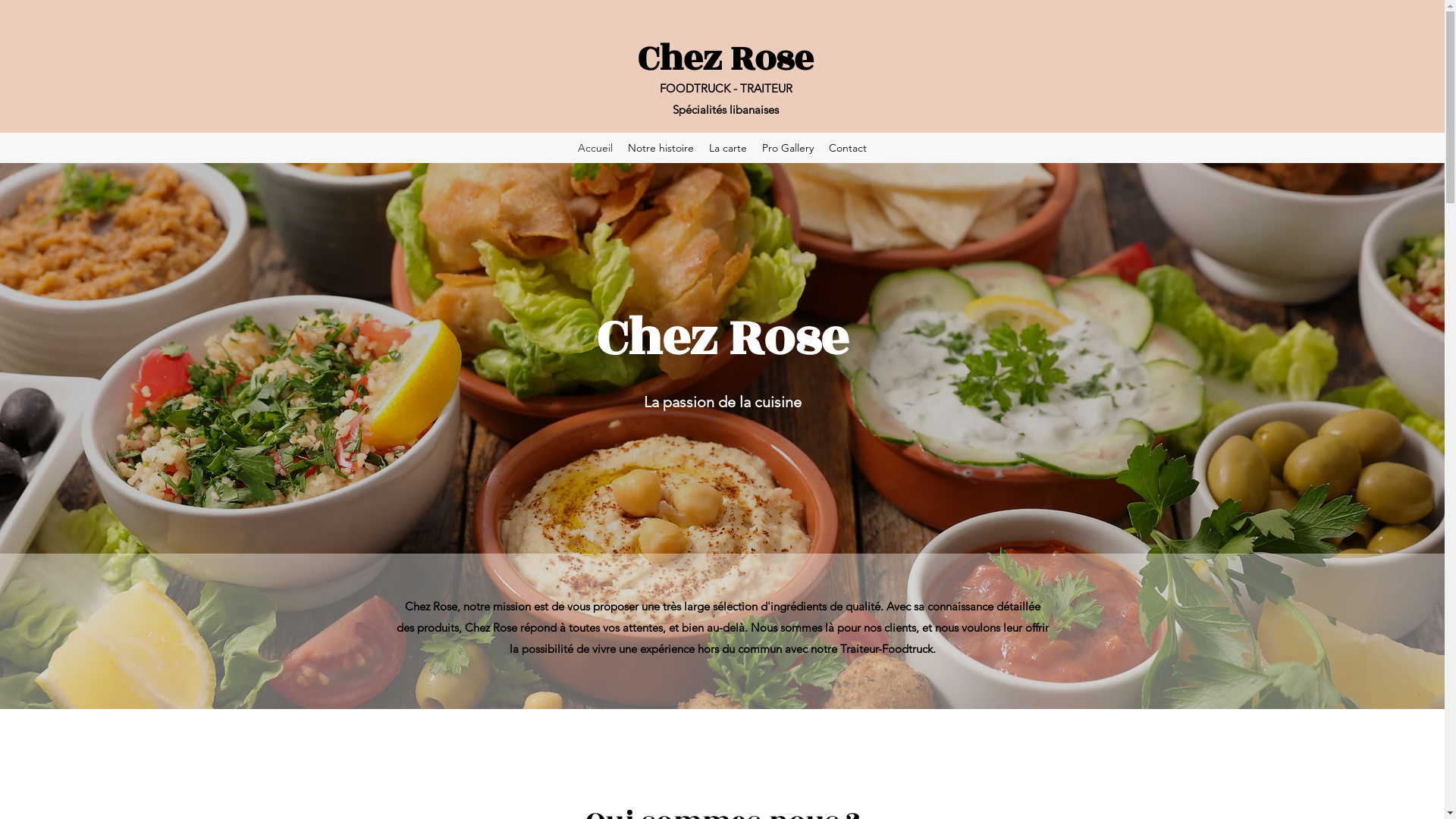  What do you see at coordinates (787, 148) in the screenshot?
I see `'Pro Gallery'` at bounding box center [787, 148].